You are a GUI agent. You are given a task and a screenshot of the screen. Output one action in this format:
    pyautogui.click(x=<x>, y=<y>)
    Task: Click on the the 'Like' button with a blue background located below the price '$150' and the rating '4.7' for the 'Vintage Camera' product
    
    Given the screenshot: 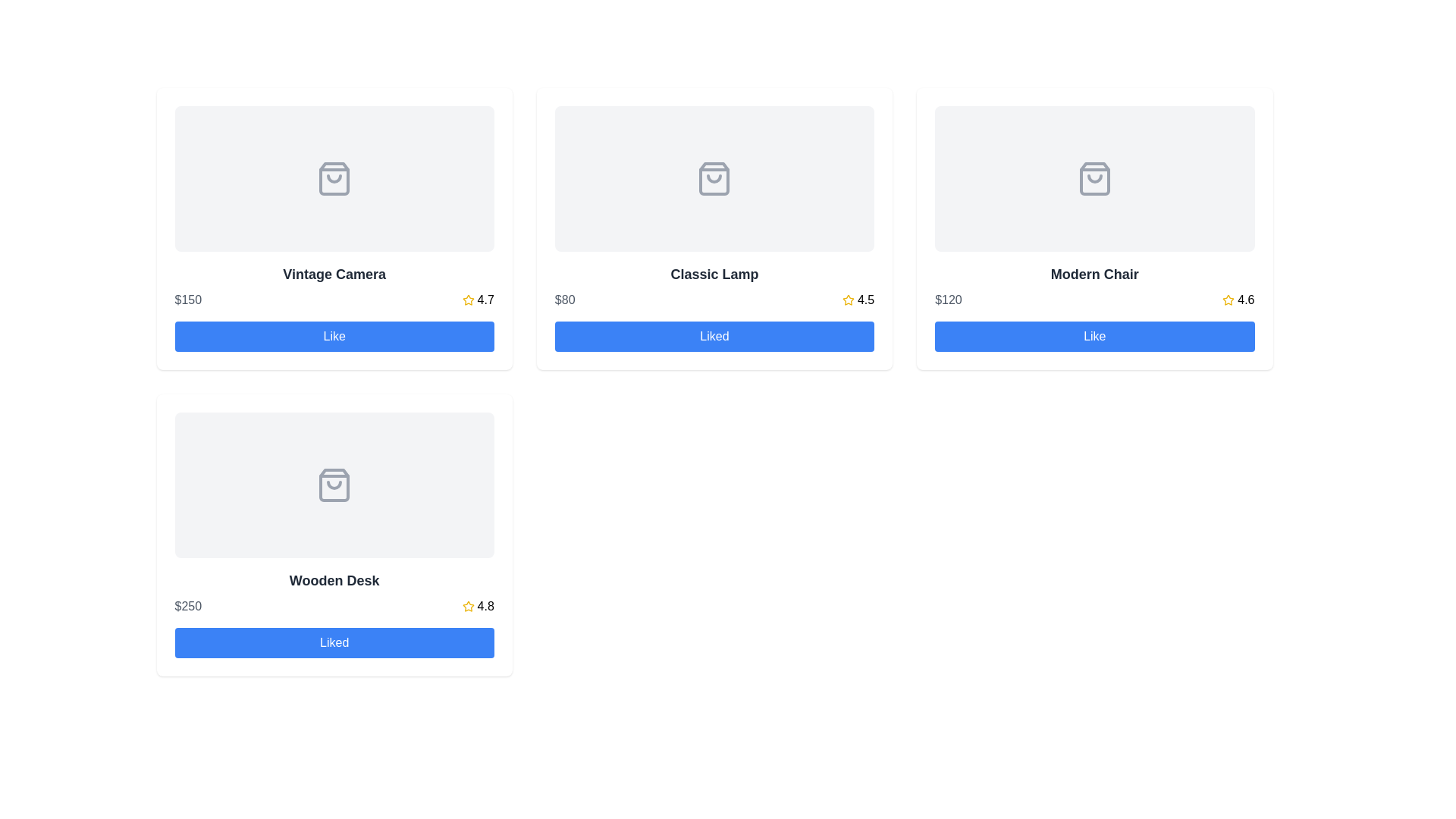 What is the action you would take?
    pyautogui.click(x=334, y=335)
    